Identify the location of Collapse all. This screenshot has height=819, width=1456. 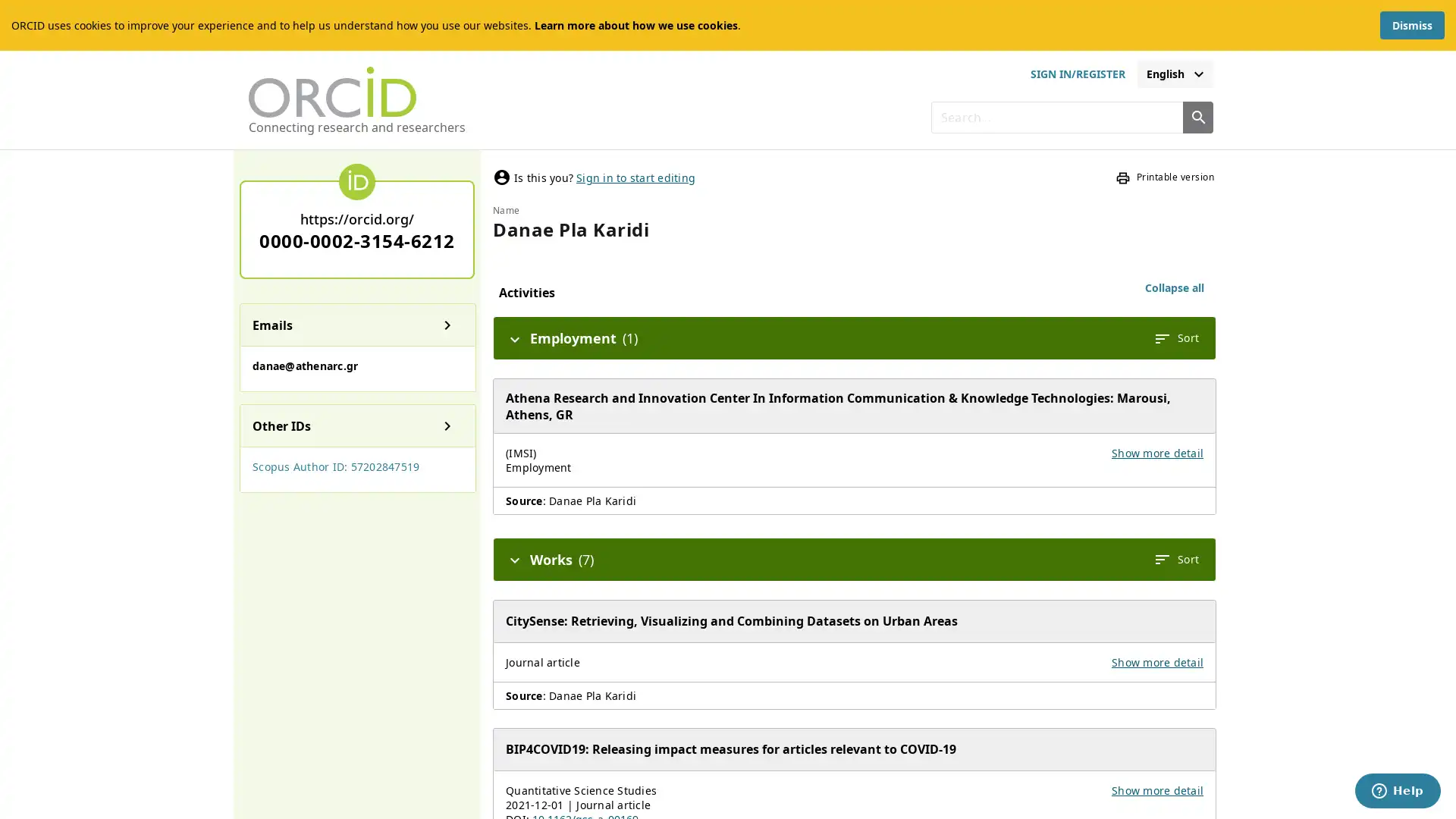
(1174, 288).